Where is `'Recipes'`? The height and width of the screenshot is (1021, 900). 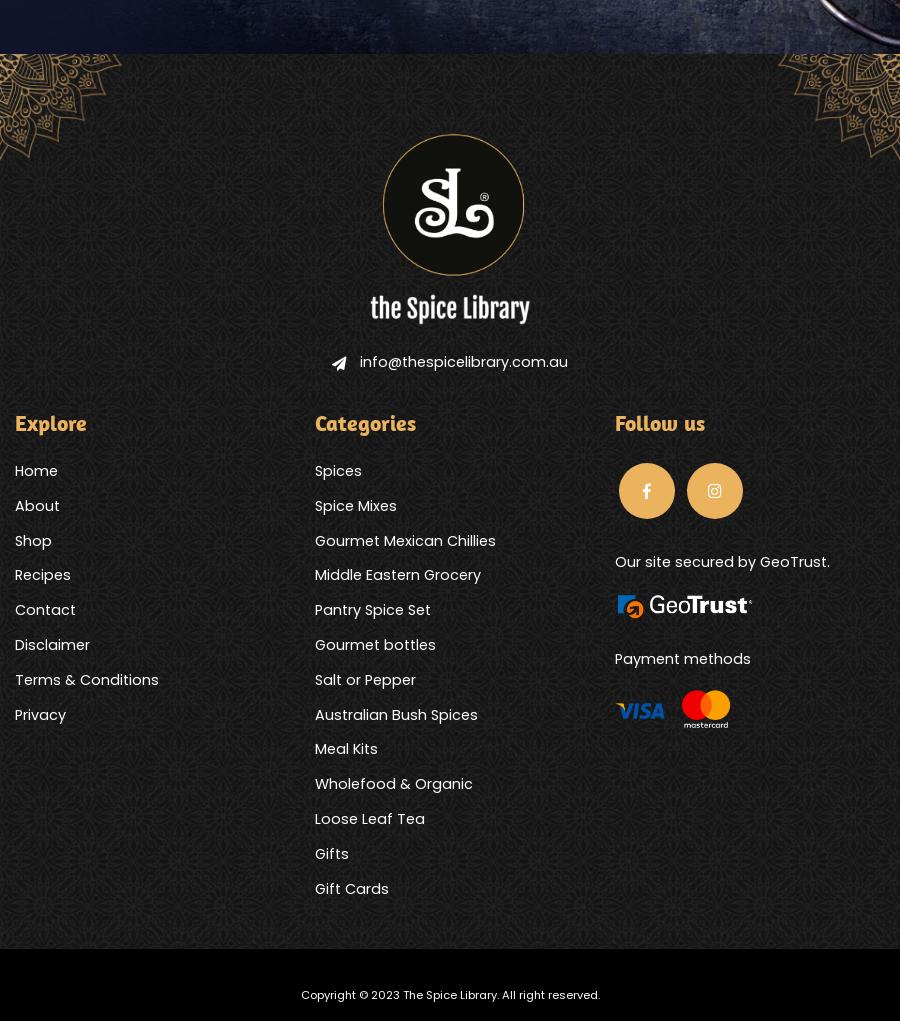
'Recipes' is located at coordinates (42, 574).